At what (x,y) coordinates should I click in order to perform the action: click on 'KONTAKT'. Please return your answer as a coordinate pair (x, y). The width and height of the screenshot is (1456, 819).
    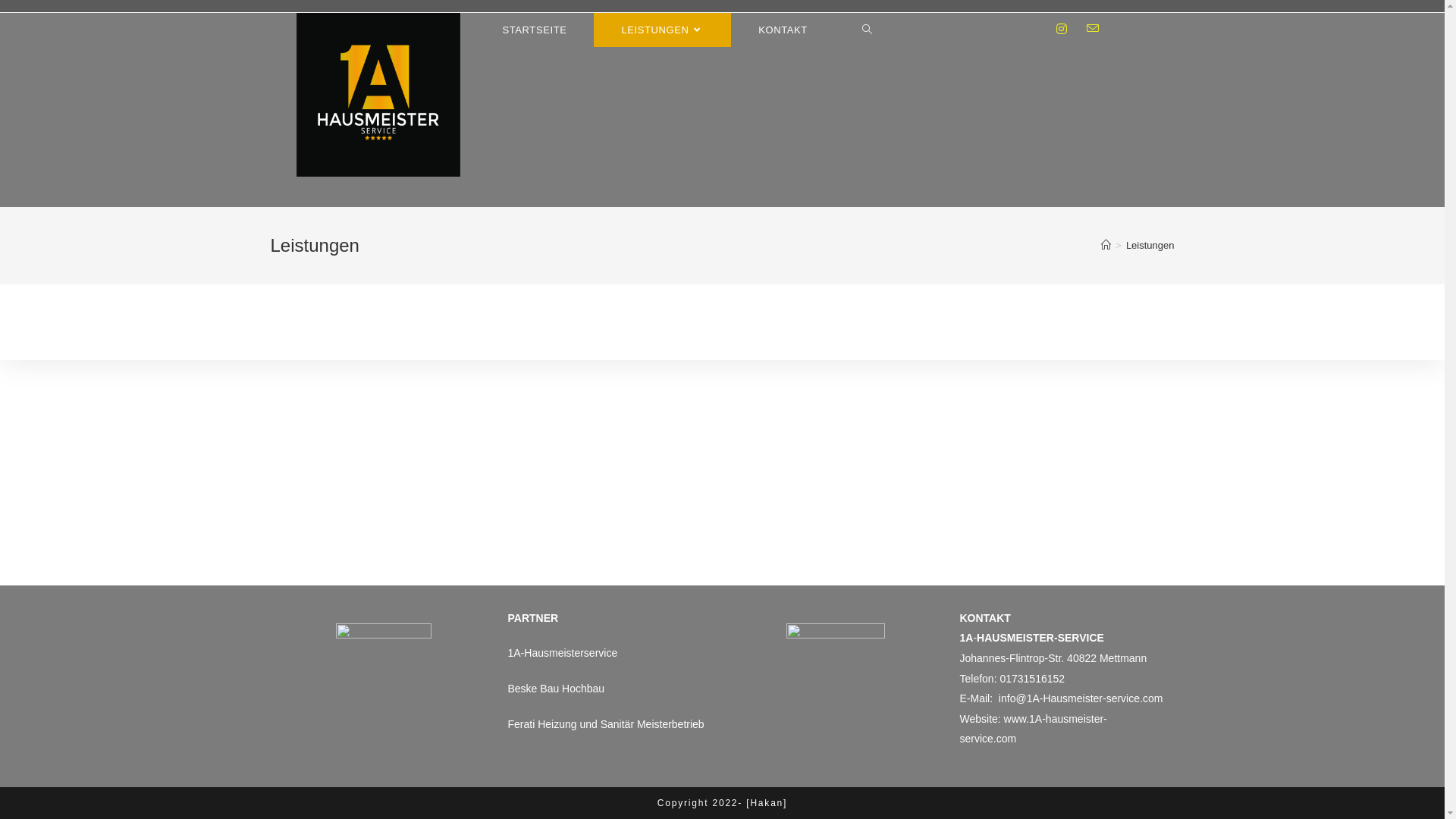
    Looking at the image, I should click on (783, 30).